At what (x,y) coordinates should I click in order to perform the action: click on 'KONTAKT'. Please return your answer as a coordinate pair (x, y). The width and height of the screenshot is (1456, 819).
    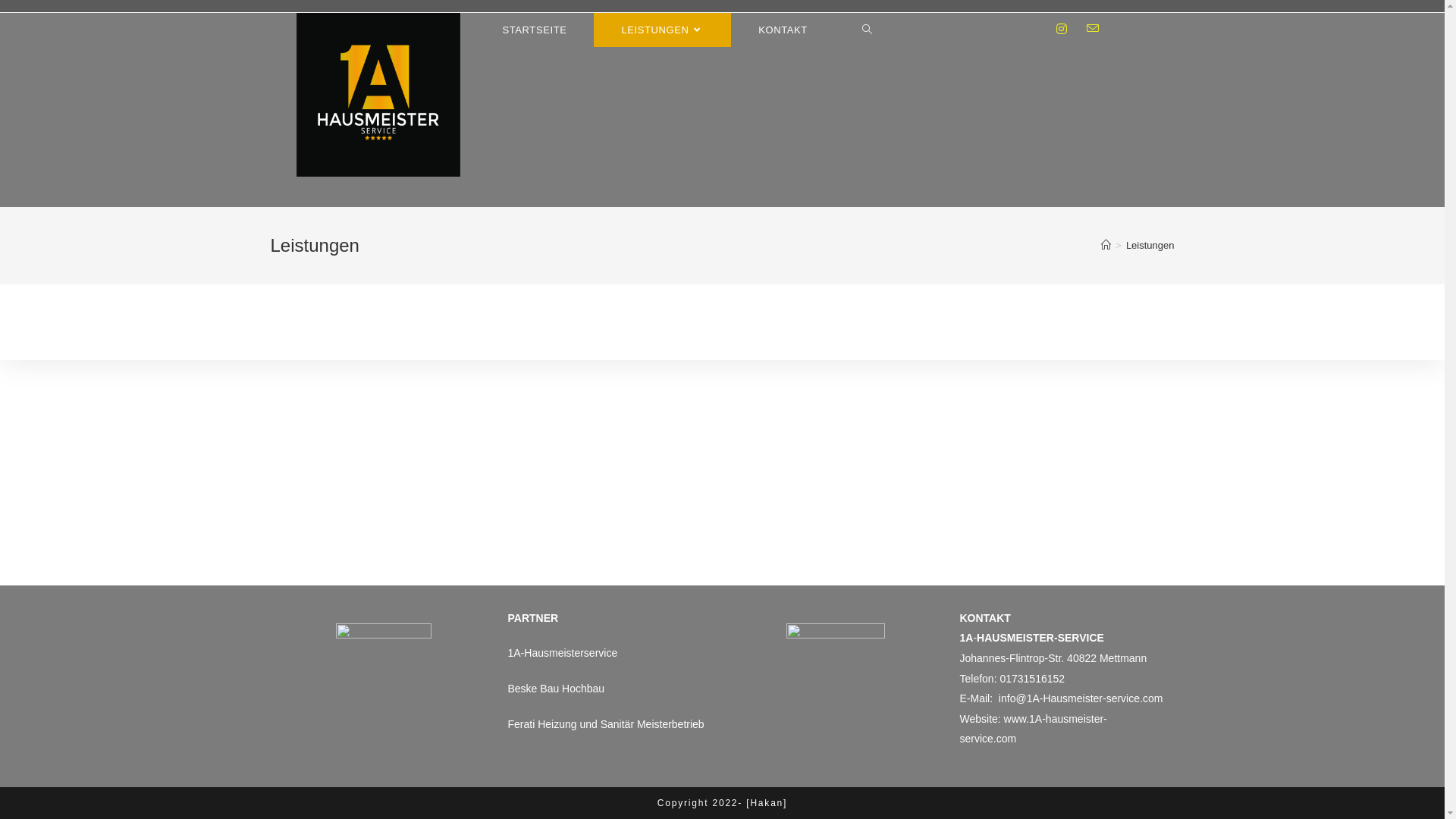
    Looking at the image, I should click on (783, 30).